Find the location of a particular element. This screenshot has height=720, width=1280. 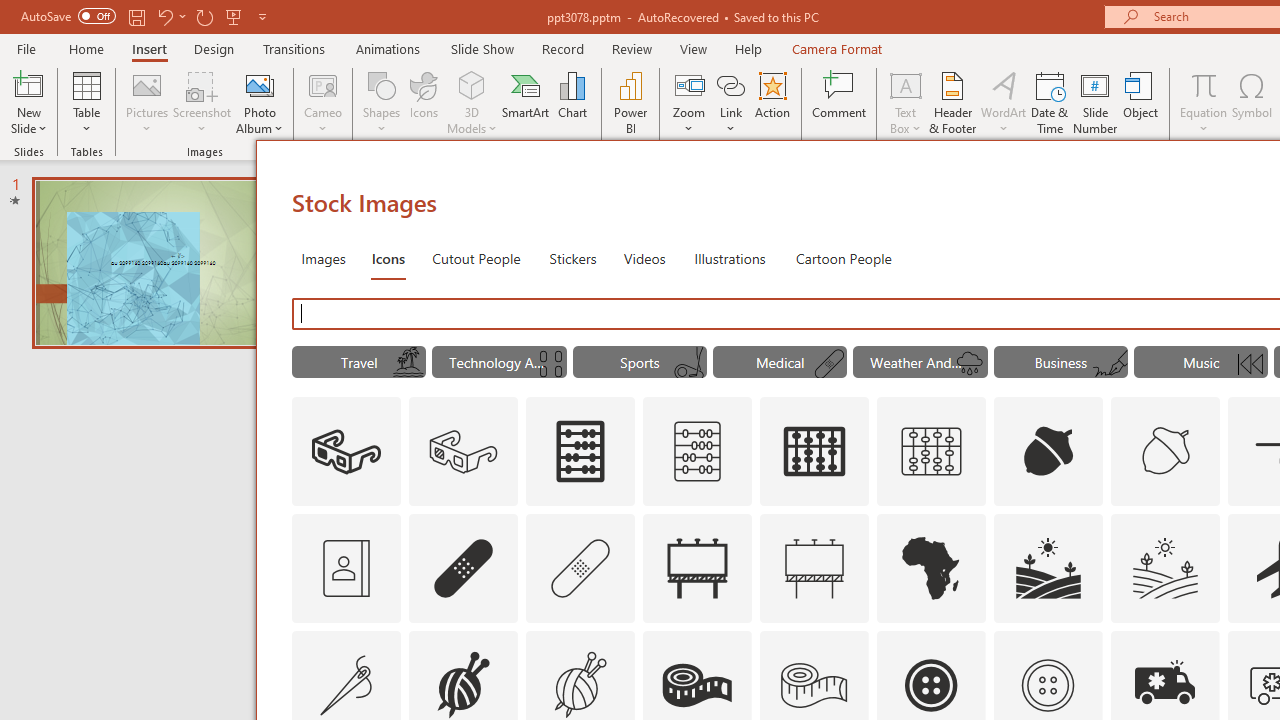

'Comment' is located at coordinates (839, 103).